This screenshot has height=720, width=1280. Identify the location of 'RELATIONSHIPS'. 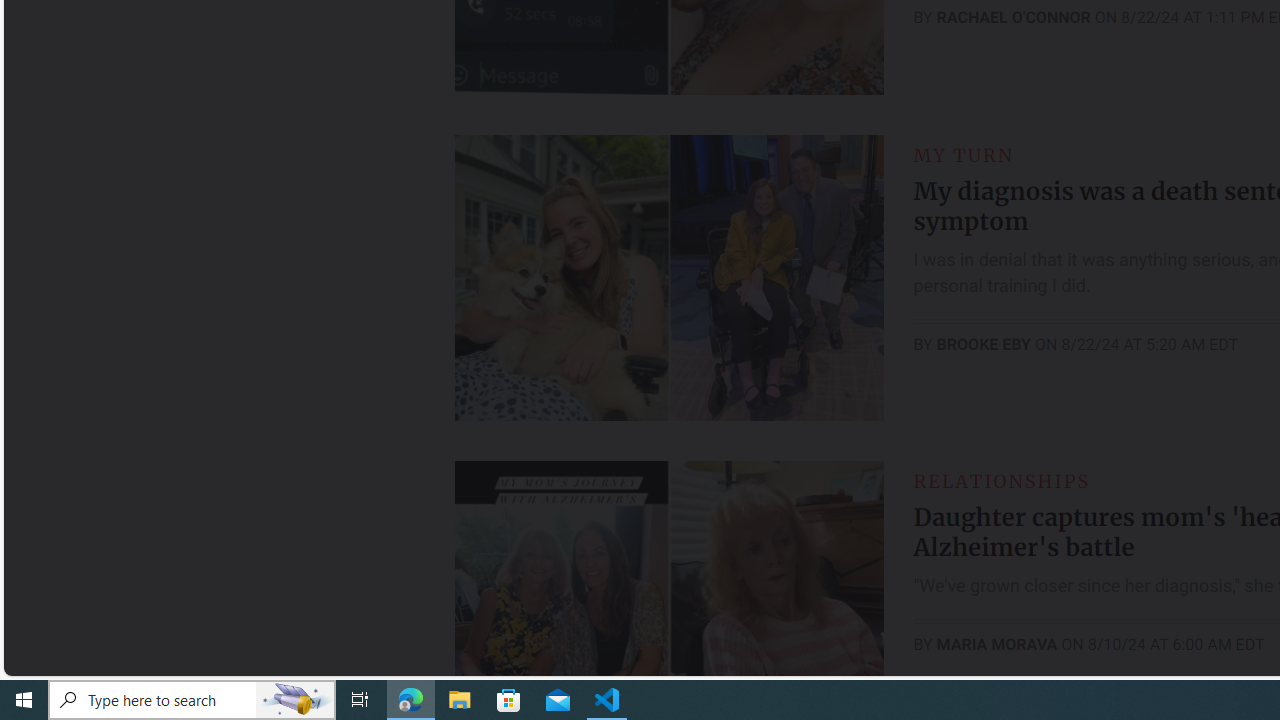
(1001, 480).